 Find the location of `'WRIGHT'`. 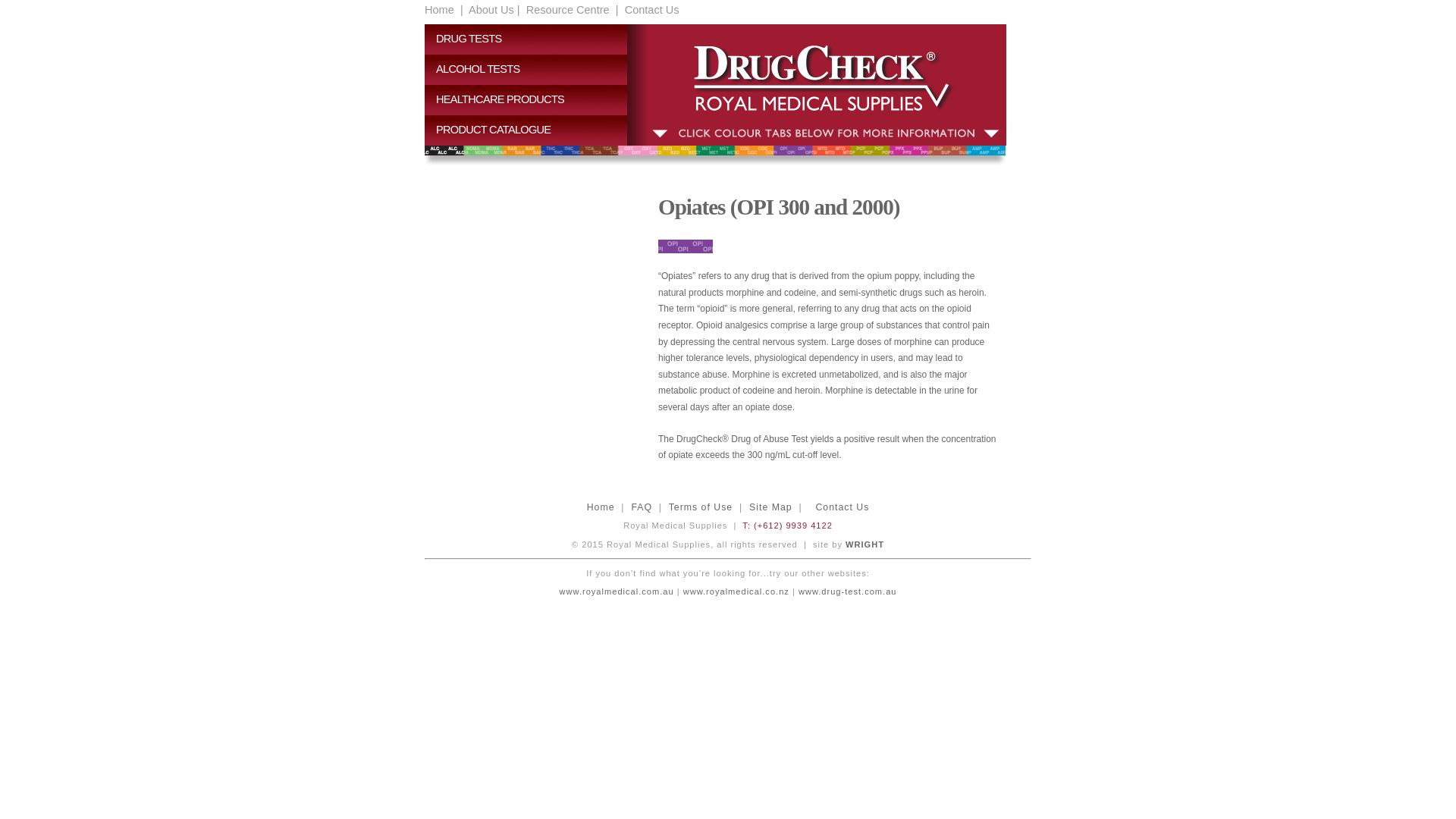

'WRIGHT' is located at coordinates (864, 543).